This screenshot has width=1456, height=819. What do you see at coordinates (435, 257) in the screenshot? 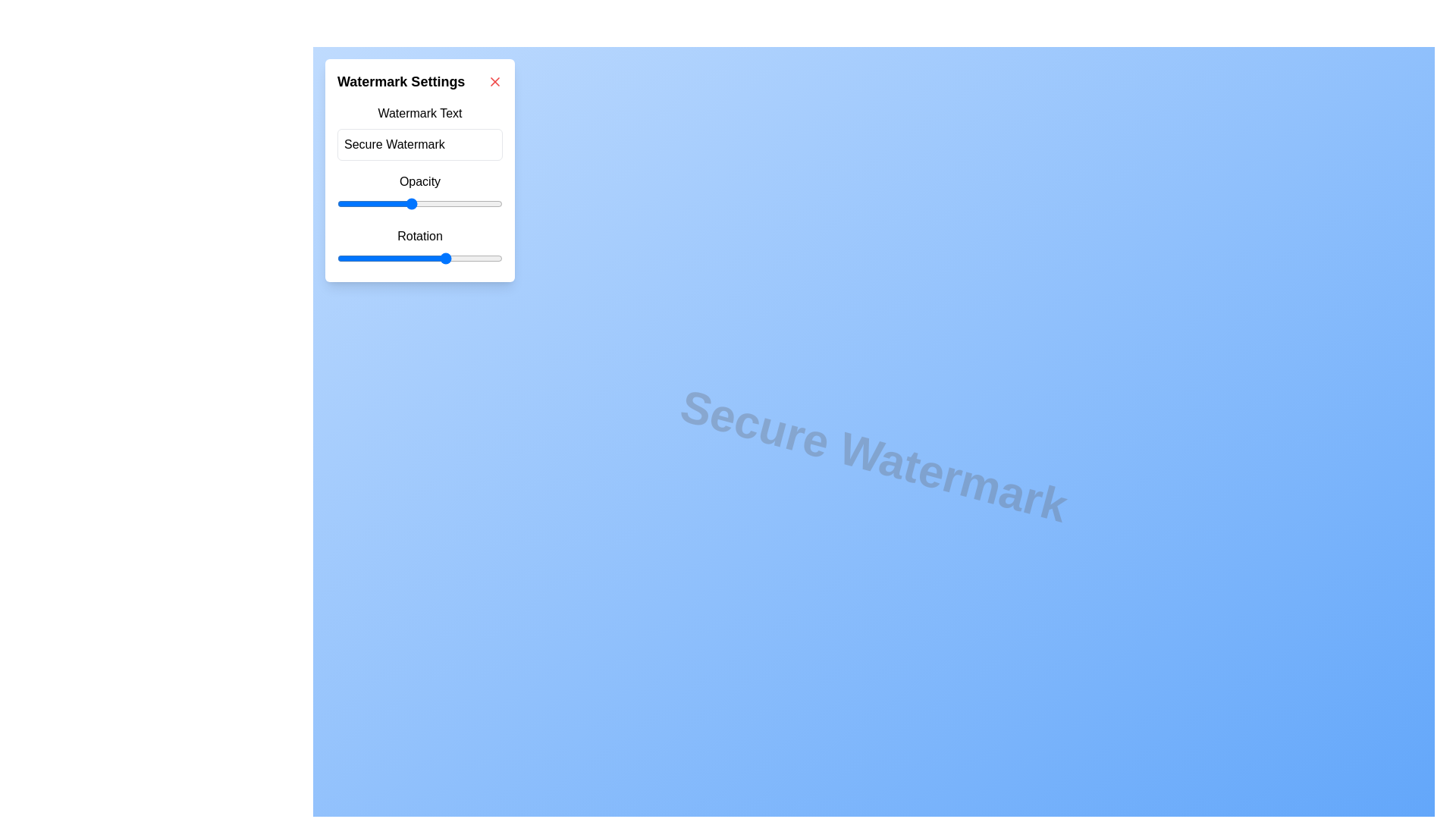
I see `the rotation` at bounding box center [435, 257].